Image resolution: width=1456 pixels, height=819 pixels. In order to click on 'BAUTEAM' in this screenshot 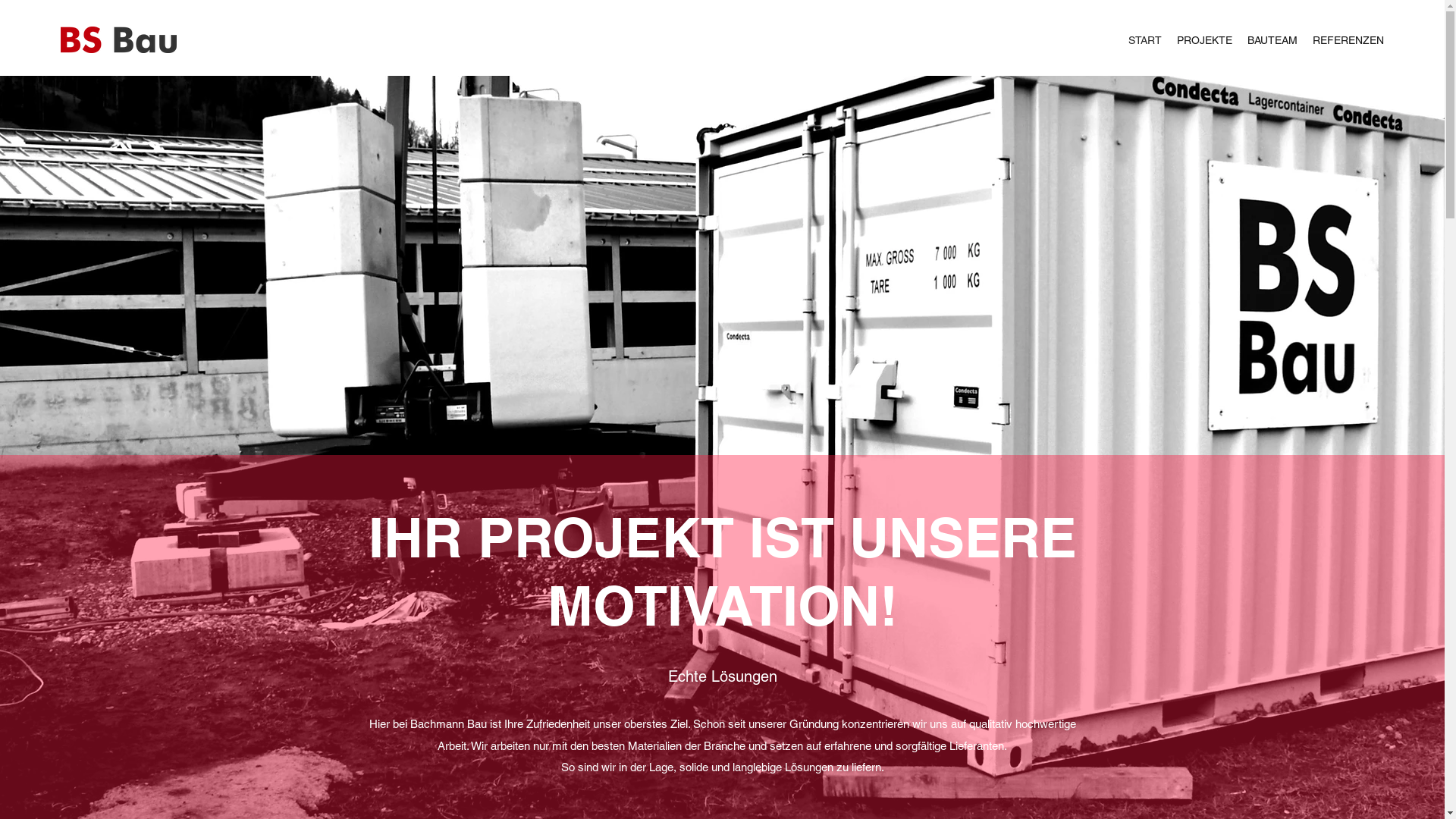, I will do `click(1272, 39)`.